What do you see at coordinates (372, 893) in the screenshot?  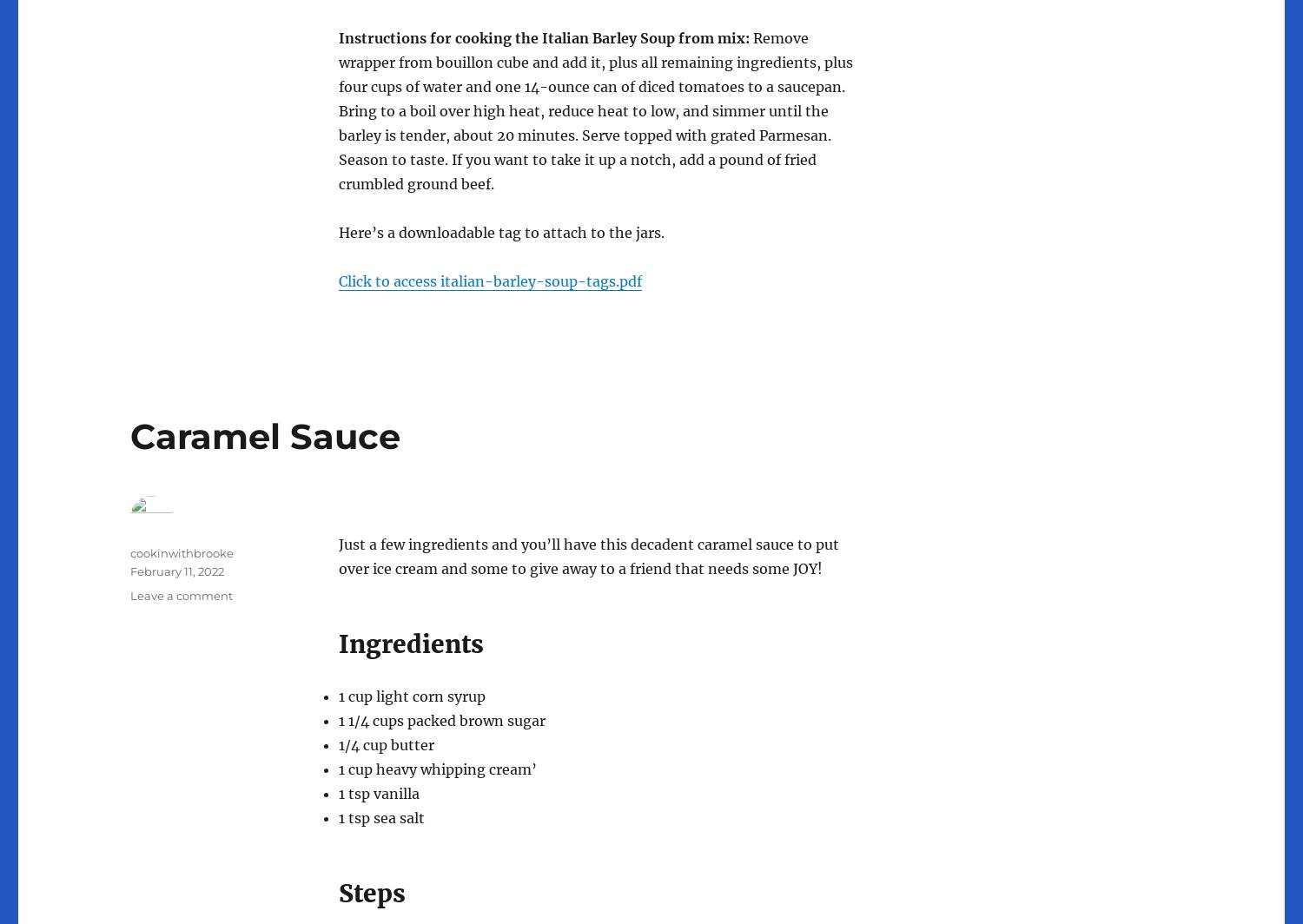 I see `'Steps'` at bounding box center [372, 893].